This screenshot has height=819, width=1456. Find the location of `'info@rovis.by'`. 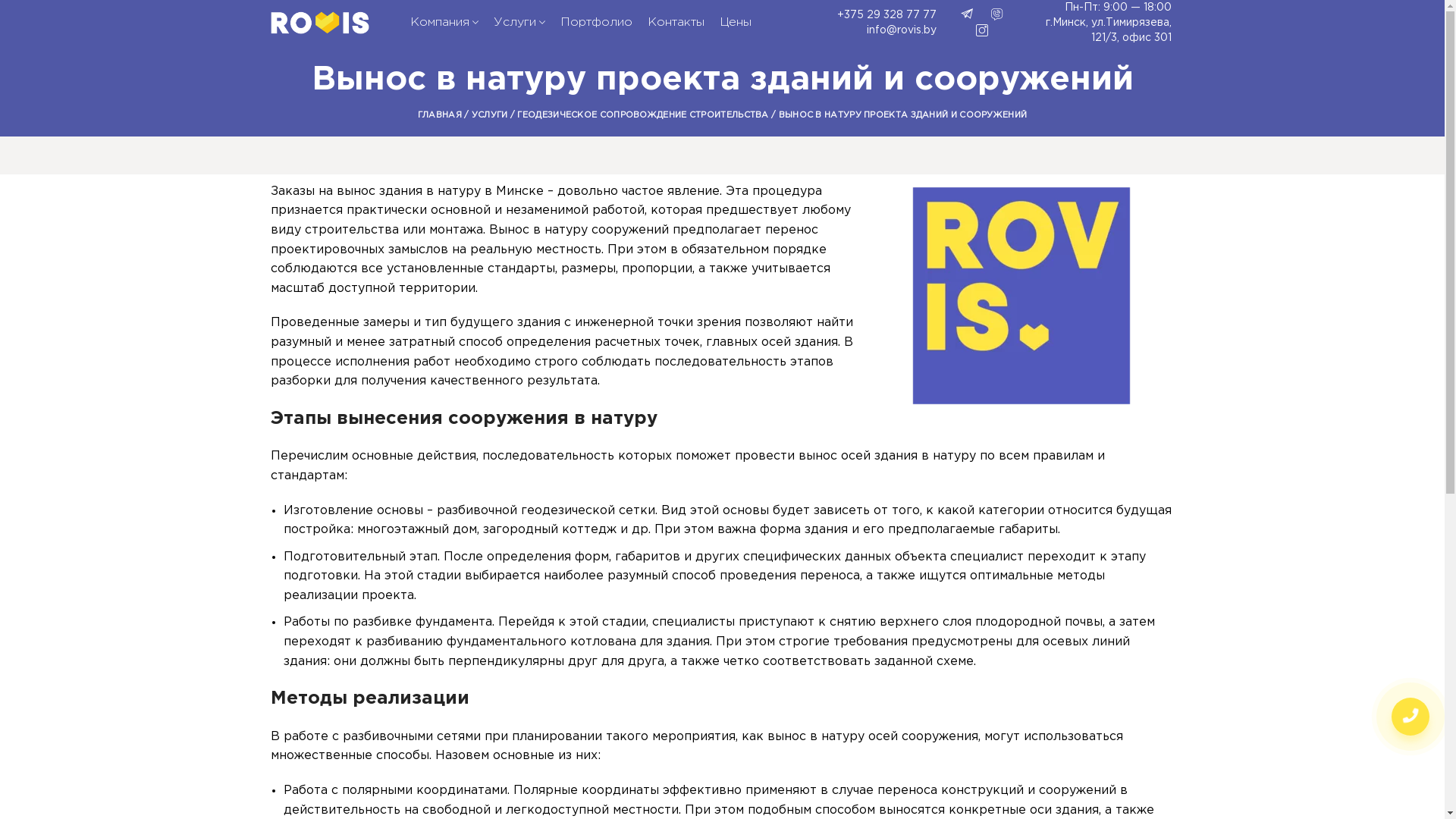

'info@rovis.by' is located at coordinates (864, 30).